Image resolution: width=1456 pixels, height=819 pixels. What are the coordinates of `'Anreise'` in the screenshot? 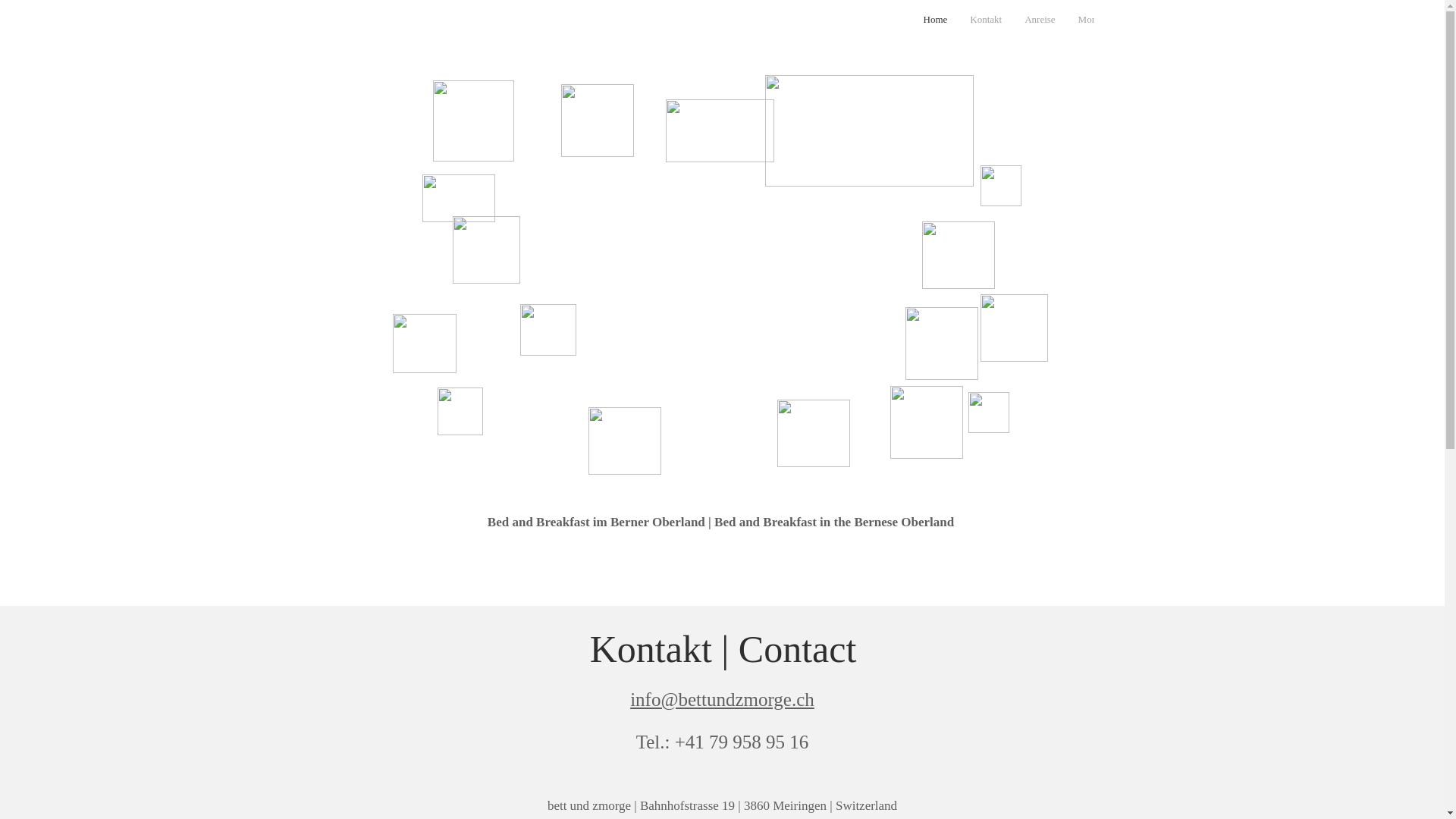 It's located at (1039, 24).